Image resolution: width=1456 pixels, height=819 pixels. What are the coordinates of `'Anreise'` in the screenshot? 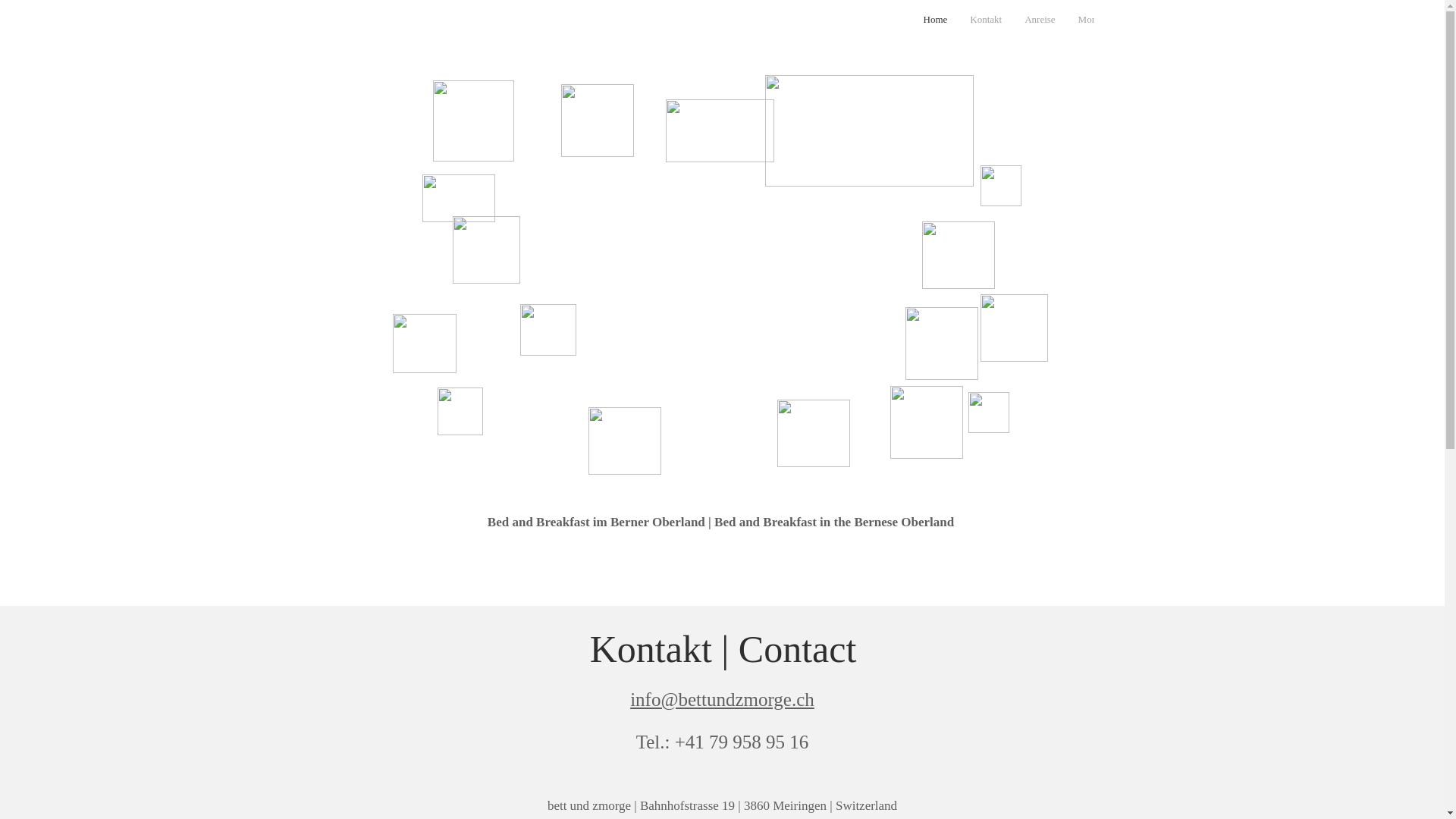 It's located at (1039, 24).